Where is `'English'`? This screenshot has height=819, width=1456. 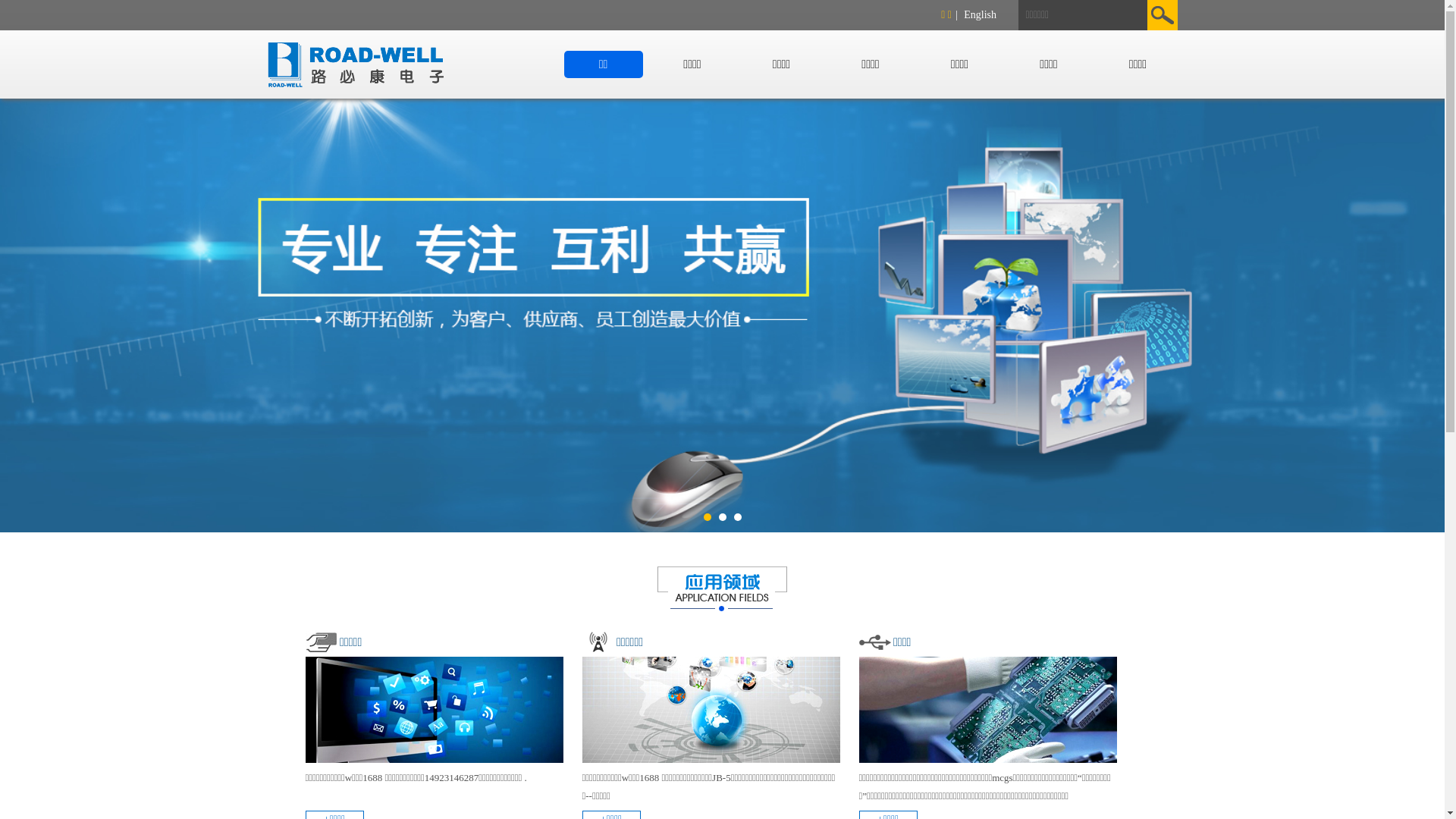
'English' is located at coordinates (980, 14).